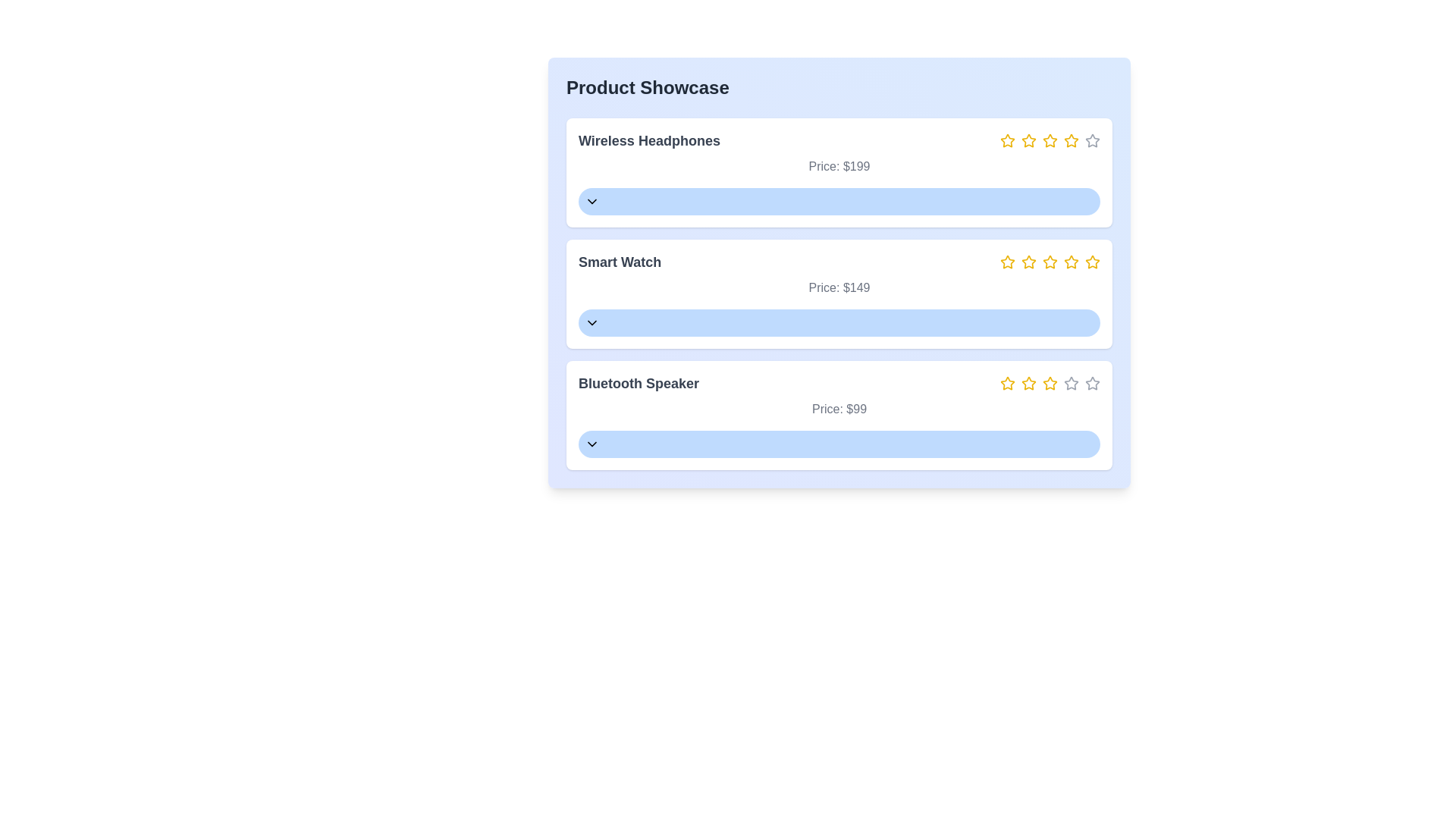 Image resolution: width=1456 pixels, height=819 pixels. Describe the element at coordinates (839, 415) in the screenshot. I see `the 'Bluetooth Speaker' product card, which is the third and last card in a vertical list` at that location.